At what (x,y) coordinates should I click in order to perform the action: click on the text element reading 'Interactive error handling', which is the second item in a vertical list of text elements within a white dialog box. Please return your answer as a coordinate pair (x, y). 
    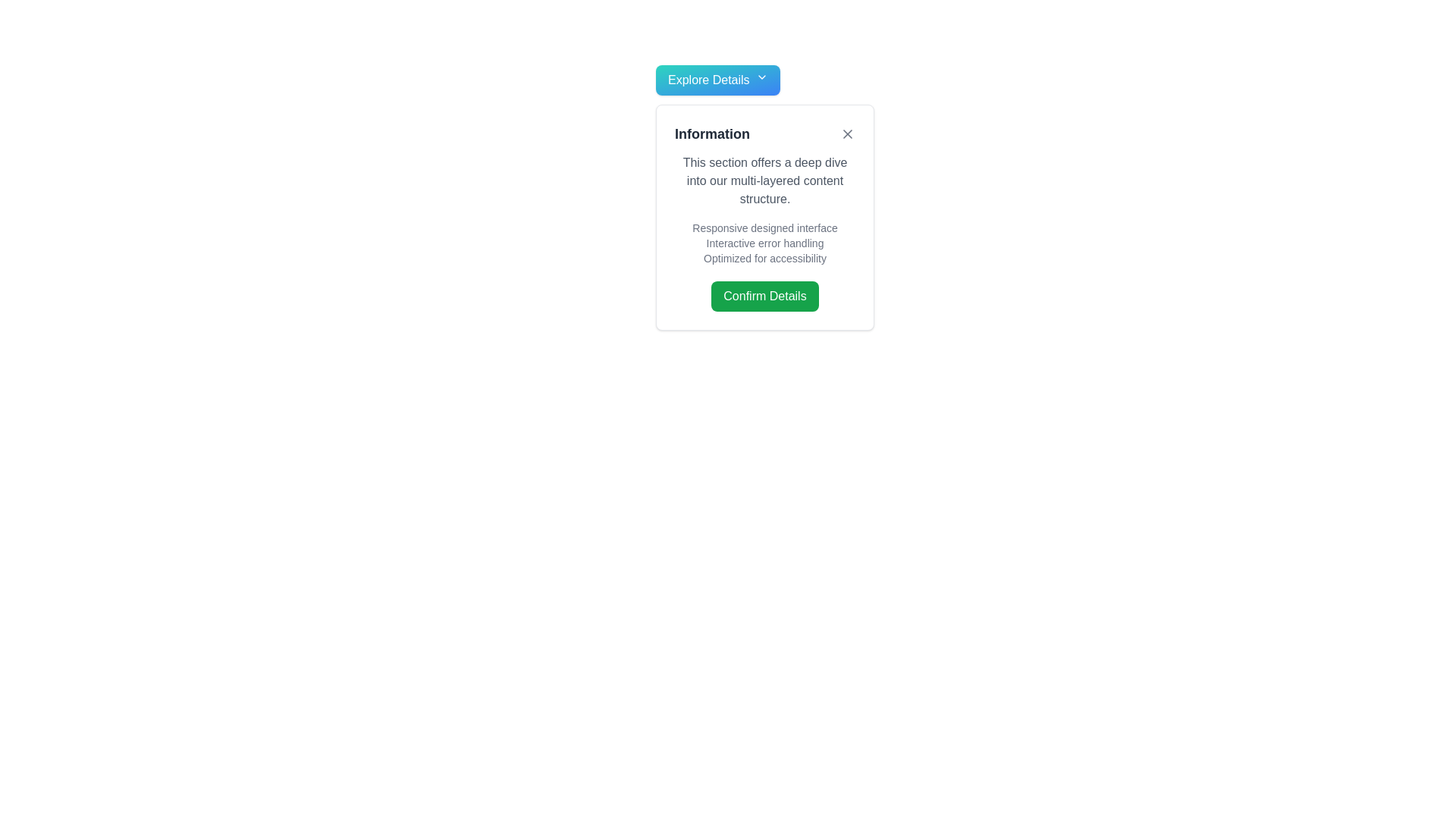
    Looking at the image, I should click on (764, 242).